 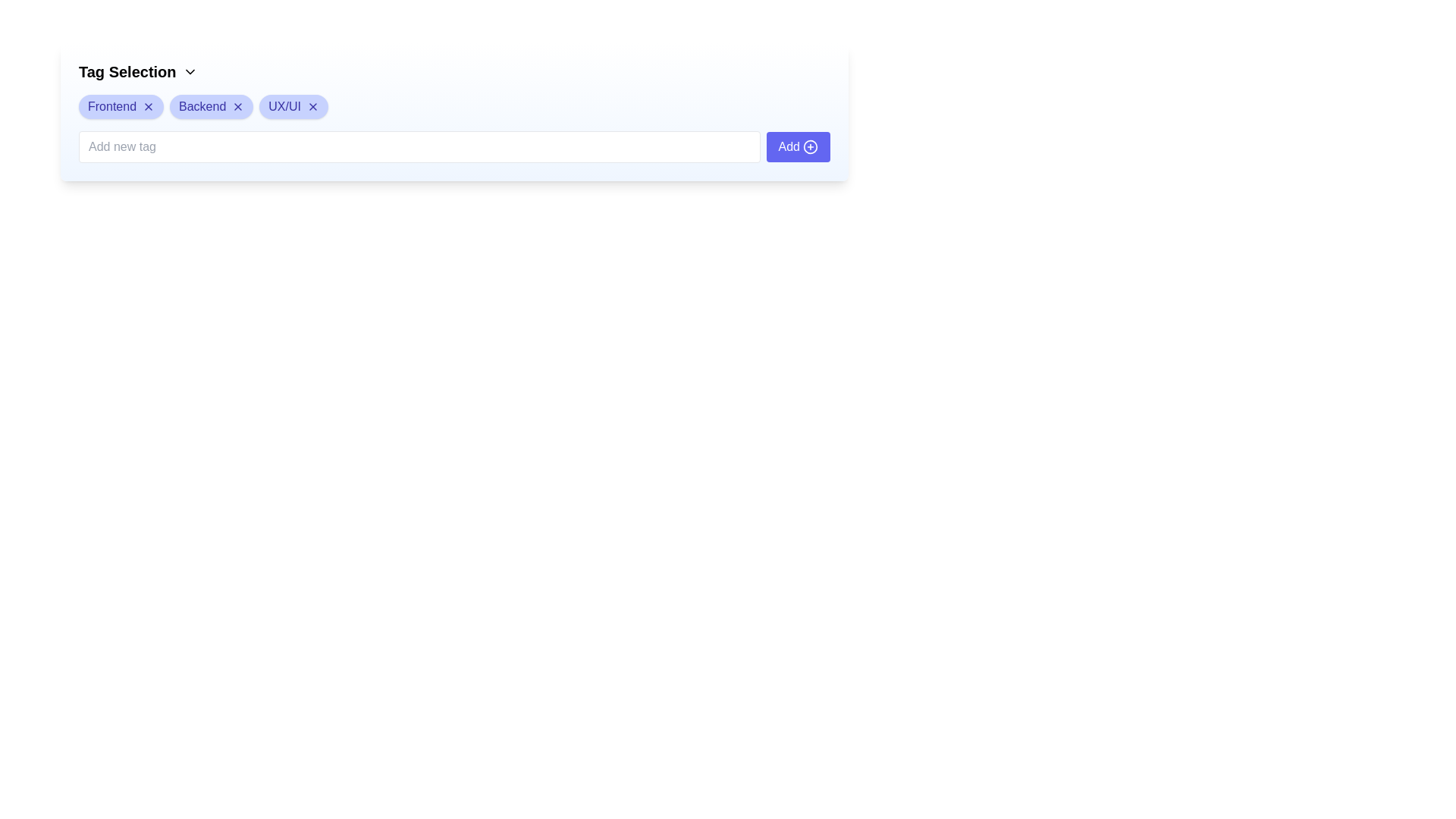 What do you see at coordinates (149, 106) in the screenshot?
I see `the 'X' icon button with a blue background located within the 'Frontend' tag to observe the hover effect changing its color` at bounding box center [149, 106].